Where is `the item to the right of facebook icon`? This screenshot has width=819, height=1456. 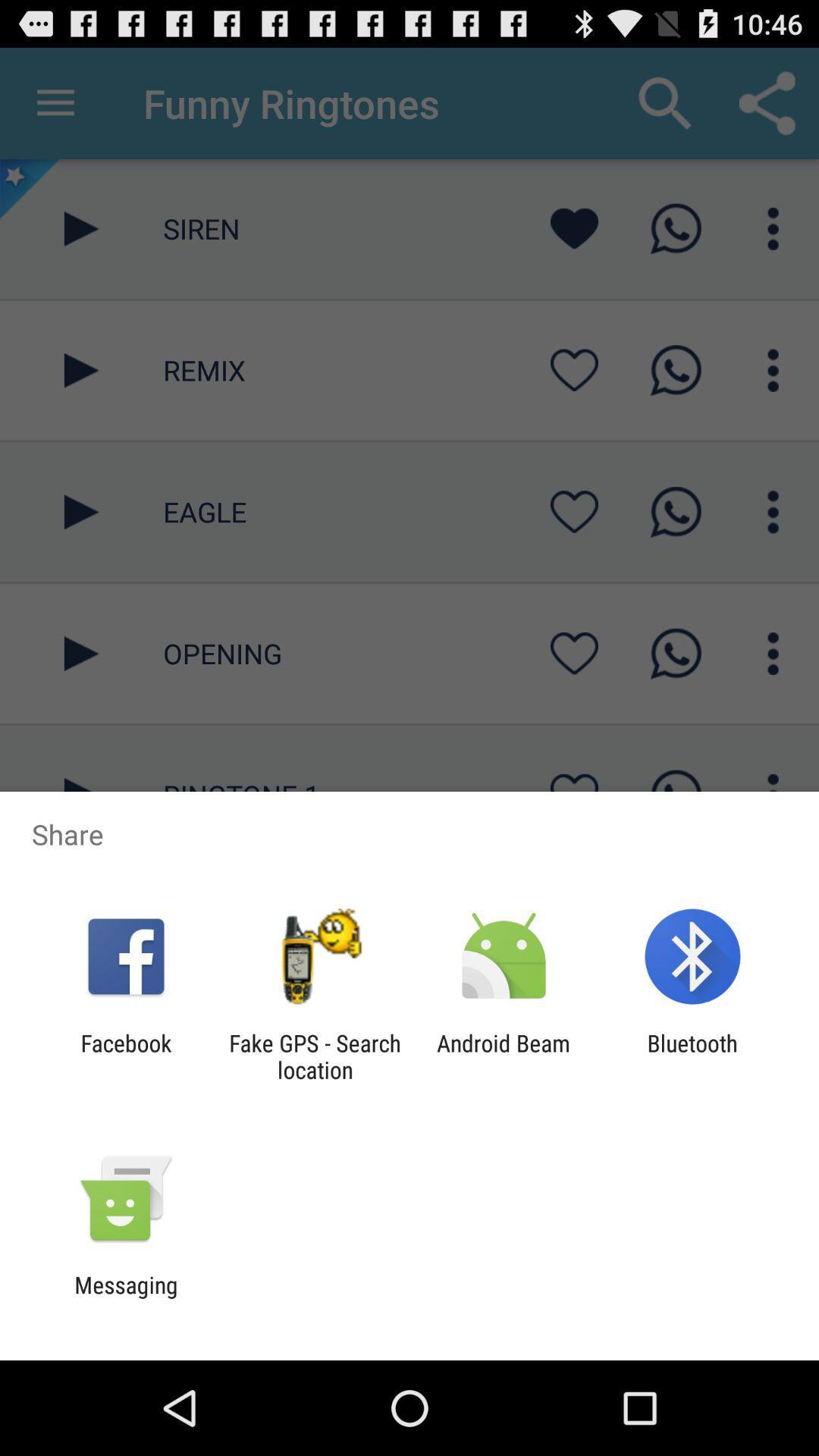
the item to the right of facebook icon is located at coordinates (314, 1056).